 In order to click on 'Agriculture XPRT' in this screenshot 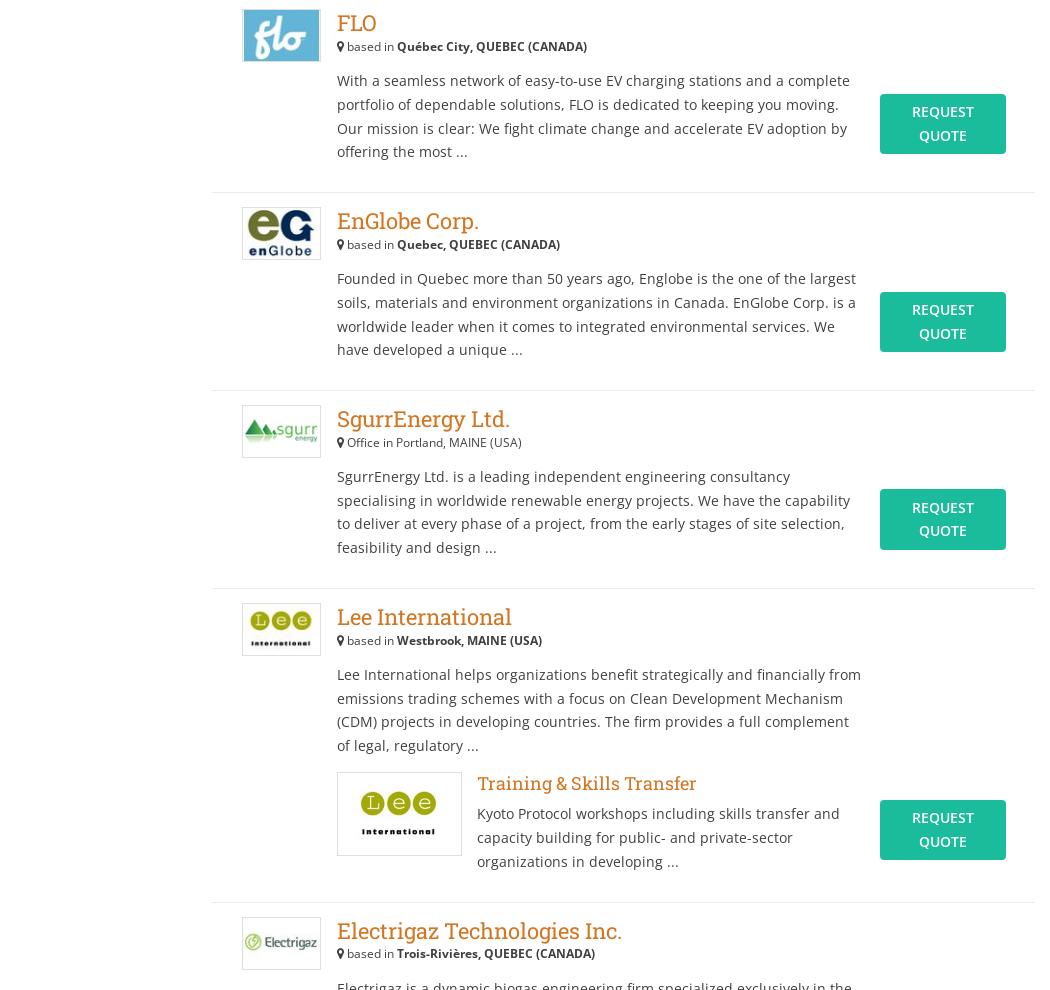, I will do `click(693, 98)`.